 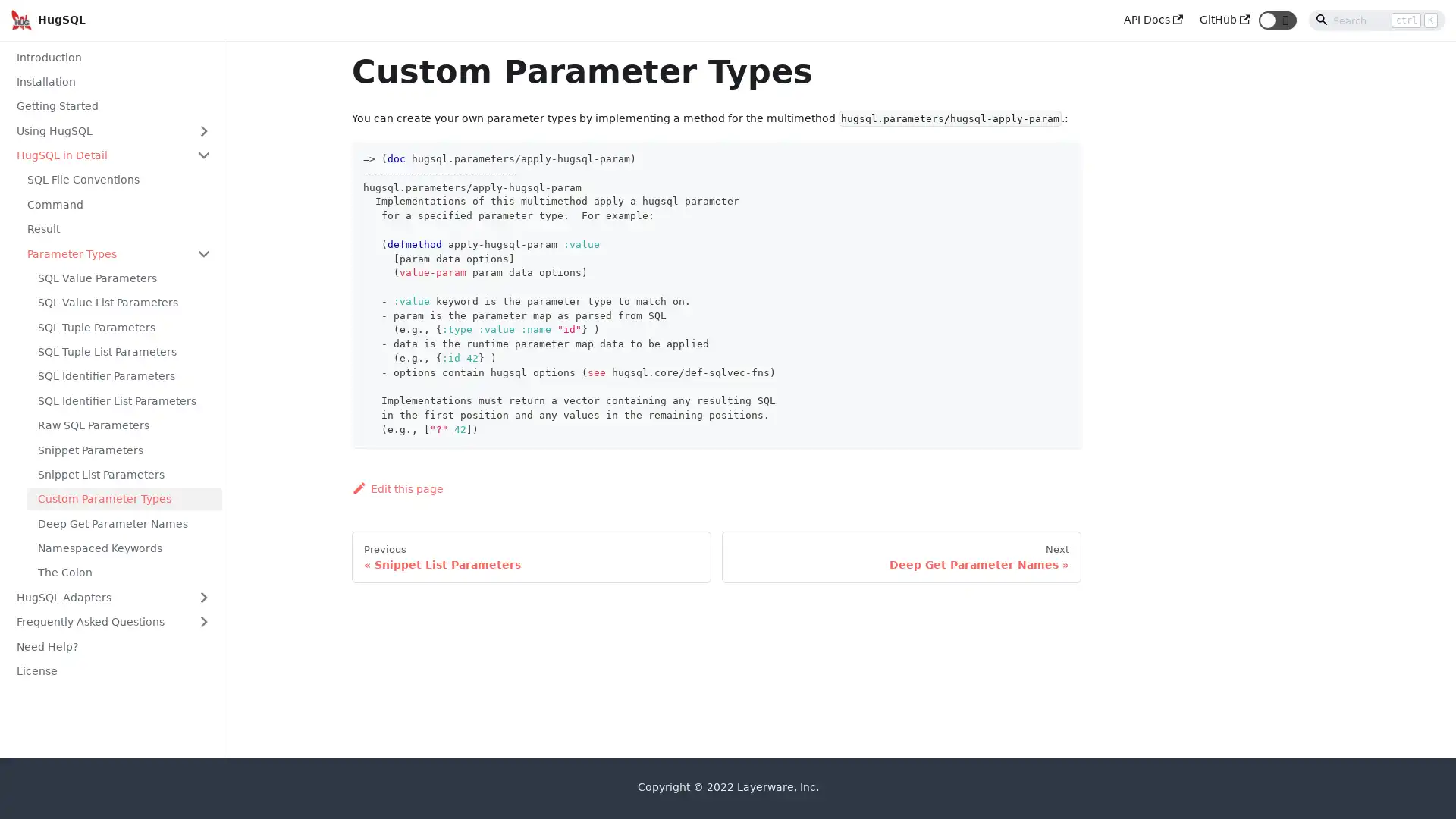 I want to click on Toggle the collapsible sidebar category 'Using HugSQL', so click(x=202, y=130).